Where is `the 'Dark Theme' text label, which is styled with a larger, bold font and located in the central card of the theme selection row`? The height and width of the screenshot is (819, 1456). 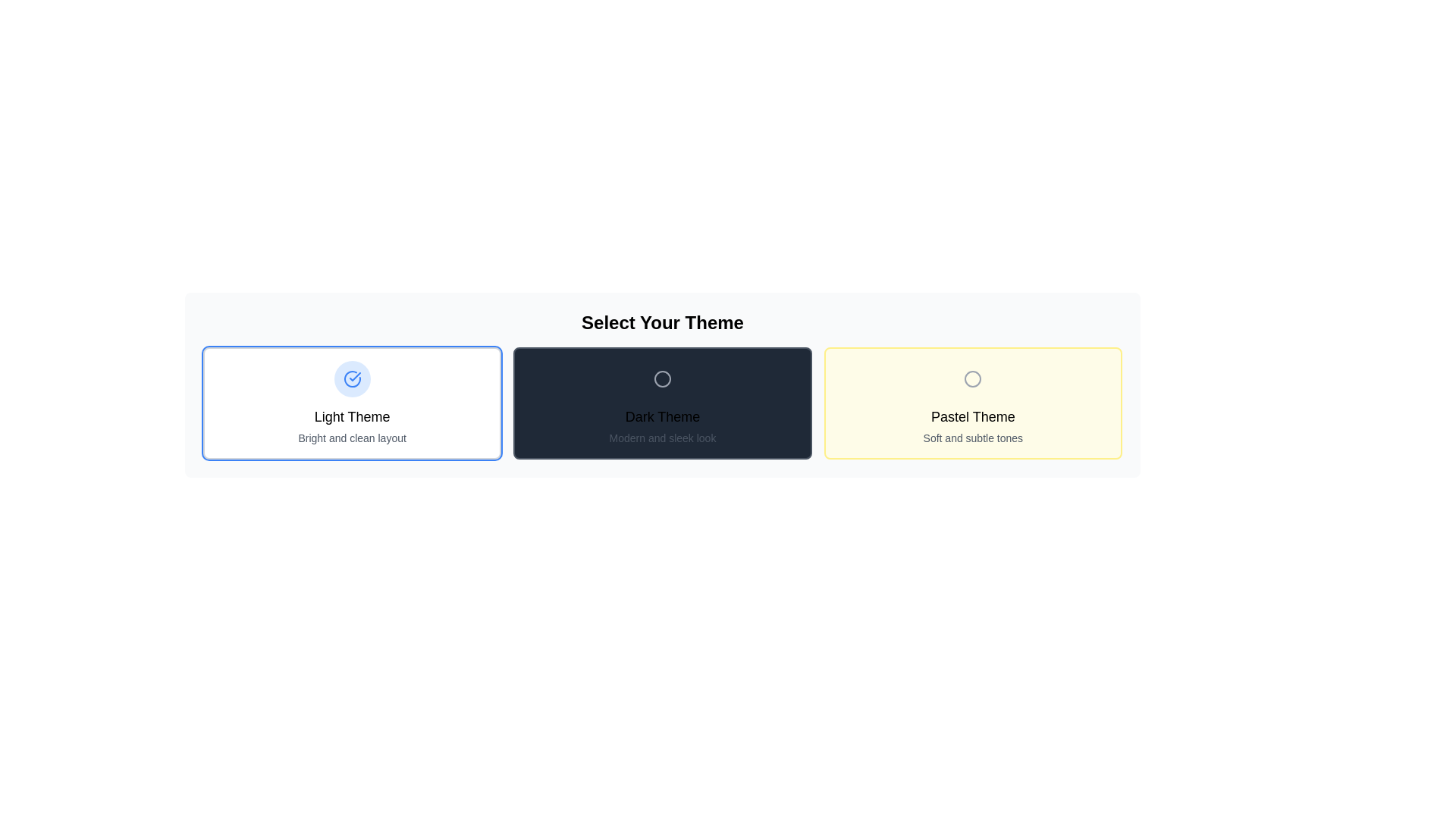
the 'Dark Theme' text label, which is styled with a larger, bold font and located in the central card of the theme selection row is located at coordinates (662, 417).